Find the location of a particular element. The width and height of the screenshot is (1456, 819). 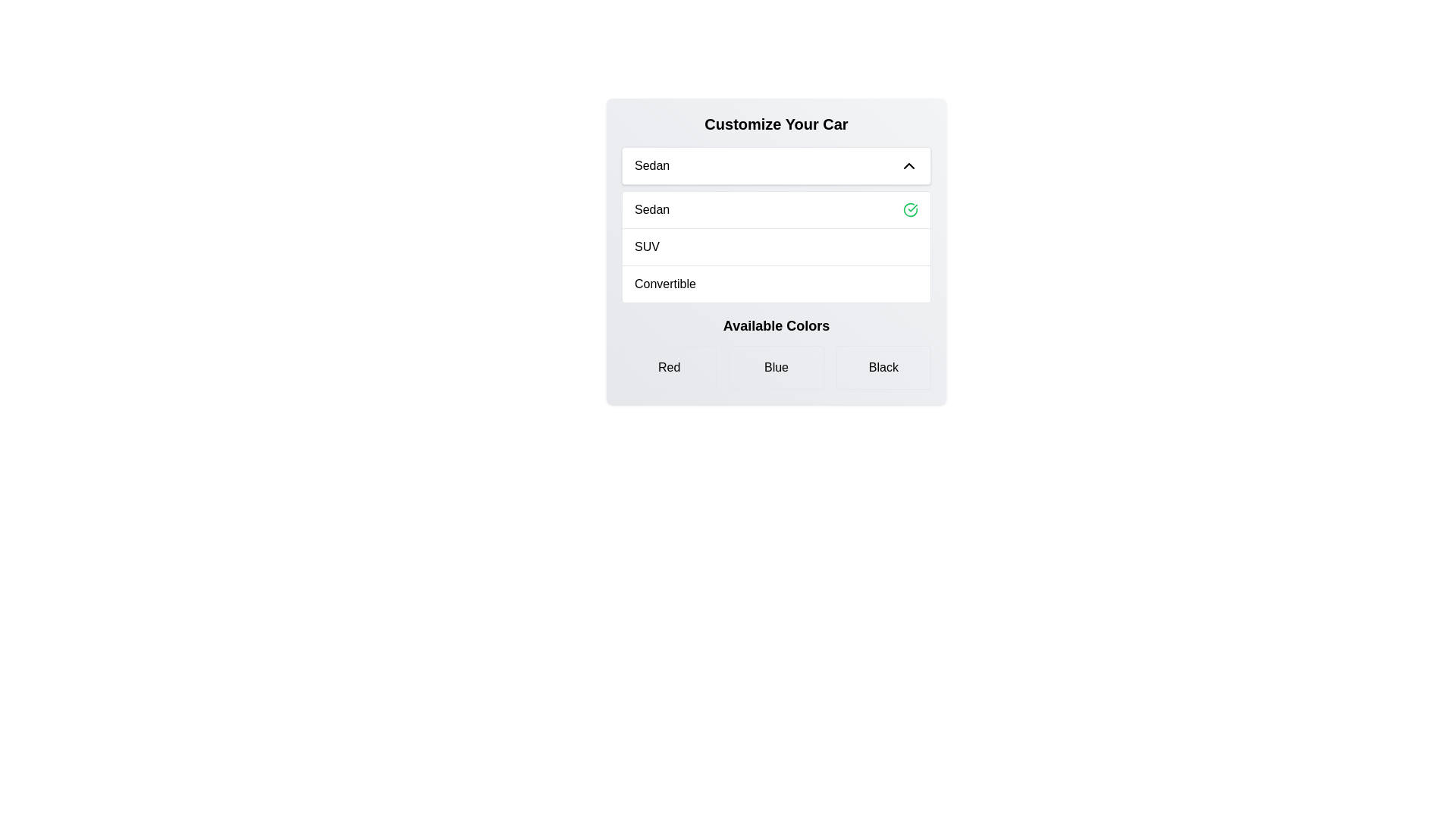

the 'Convertible' option in the dropdown menu, which is the third option located below 'Sedan' and 'SUV' is located at coordinates (665, 284).